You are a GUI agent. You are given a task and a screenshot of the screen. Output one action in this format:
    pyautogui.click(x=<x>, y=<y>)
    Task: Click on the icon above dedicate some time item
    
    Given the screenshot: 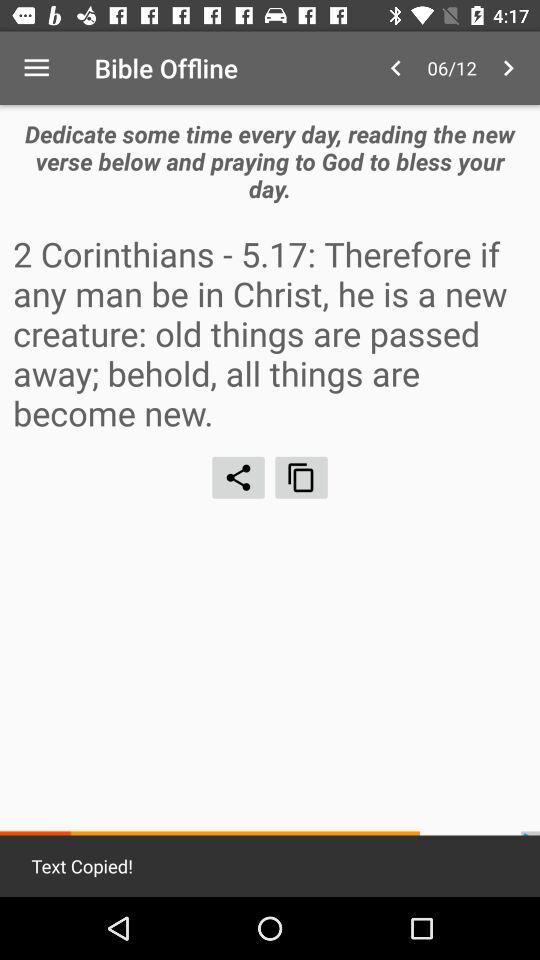 What is the action you would take?
    pyautogui.click(x=508, y=68)
    